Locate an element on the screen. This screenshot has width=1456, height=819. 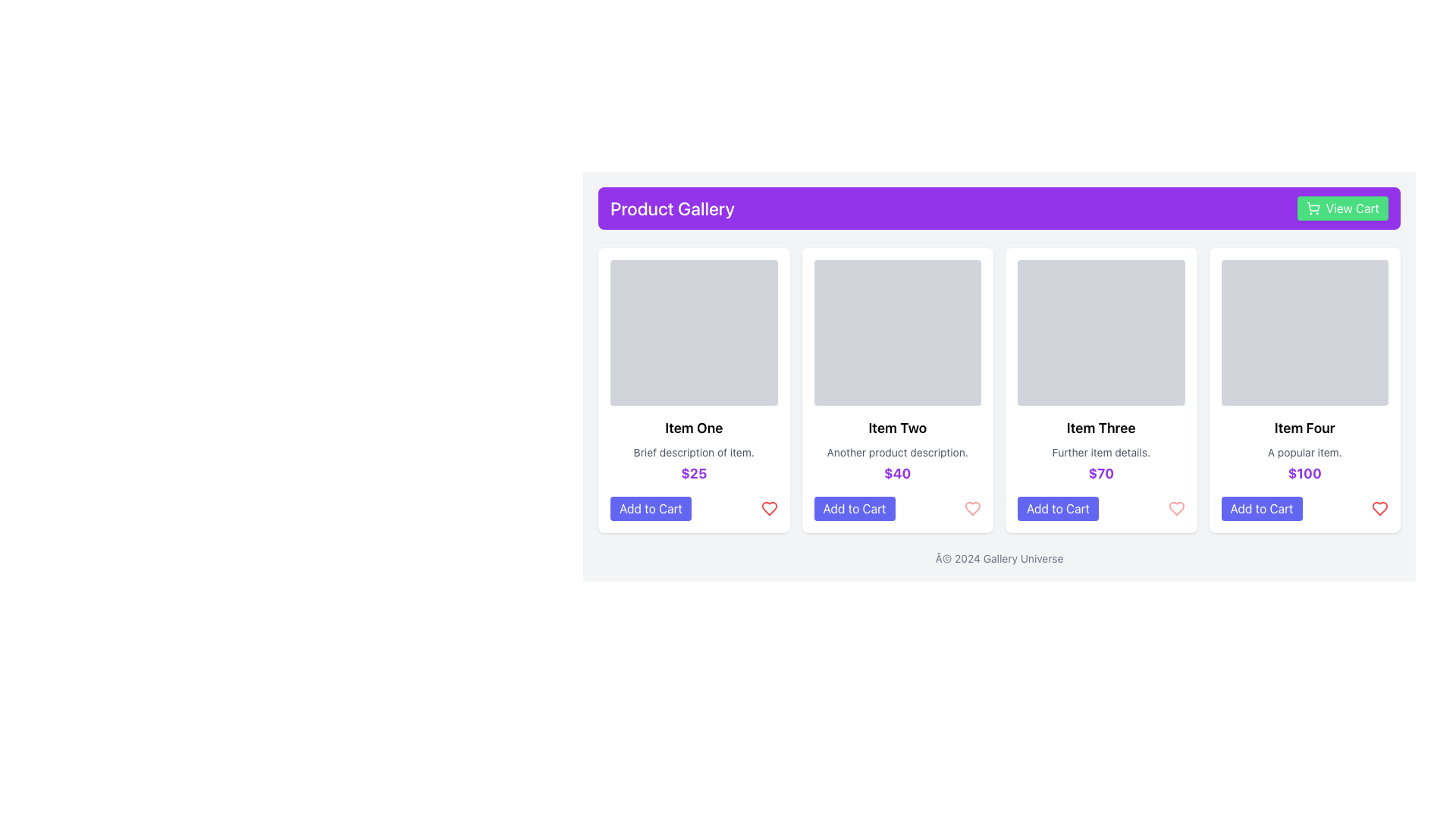
the displayed price '$70' text label, which is styled with bold and enlarged purple text and is located in the bottom section of the 'Item Three' card, directly above the 'Add to Cart' button is located at coordinates (1101, 472).